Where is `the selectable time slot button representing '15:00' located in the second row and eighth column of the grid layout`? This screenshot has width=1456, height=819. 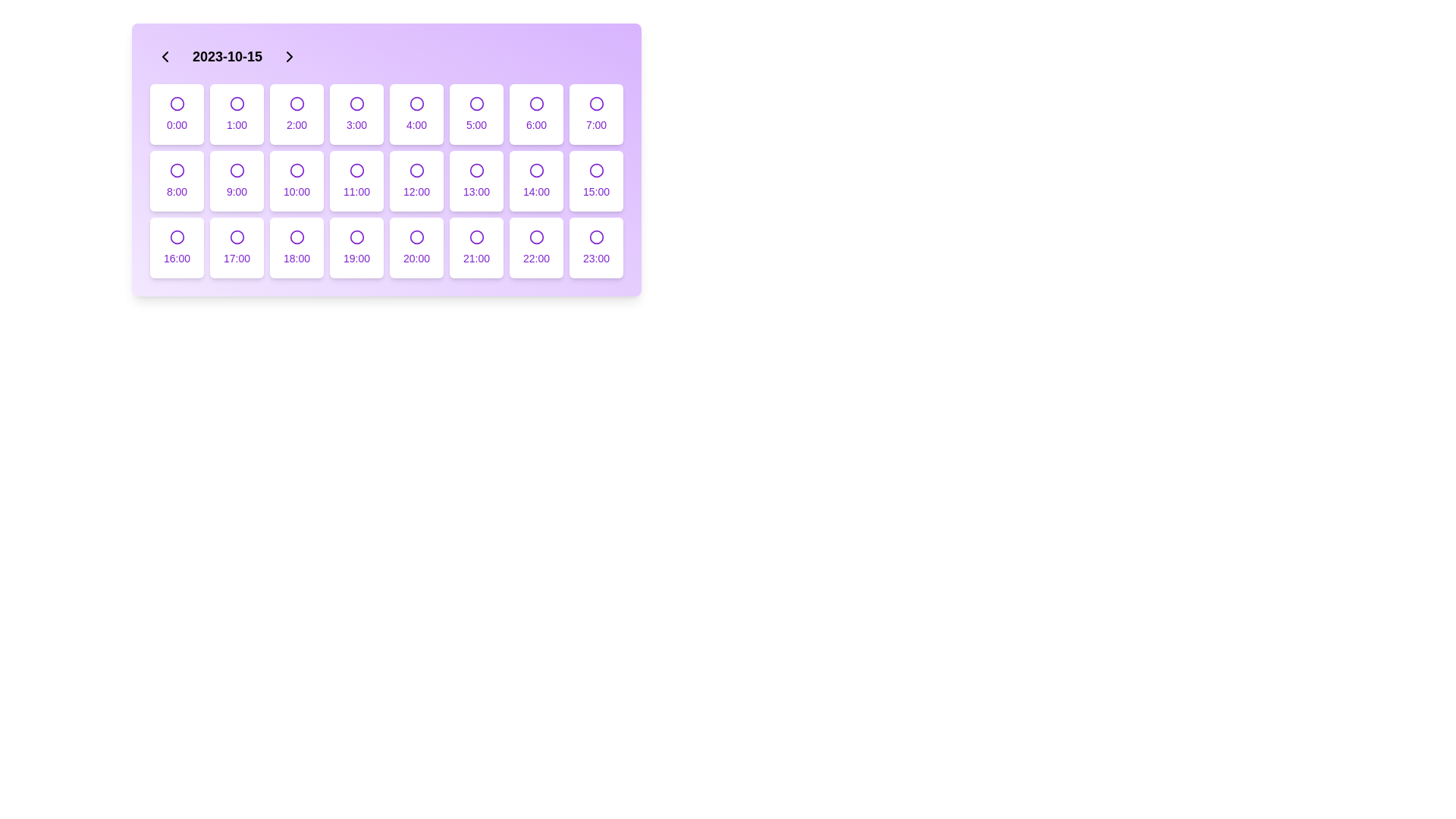 the selectable time slot button representing '15:00' located in the second row and eighth column of the grid layout is located at coordinates (595, 180).